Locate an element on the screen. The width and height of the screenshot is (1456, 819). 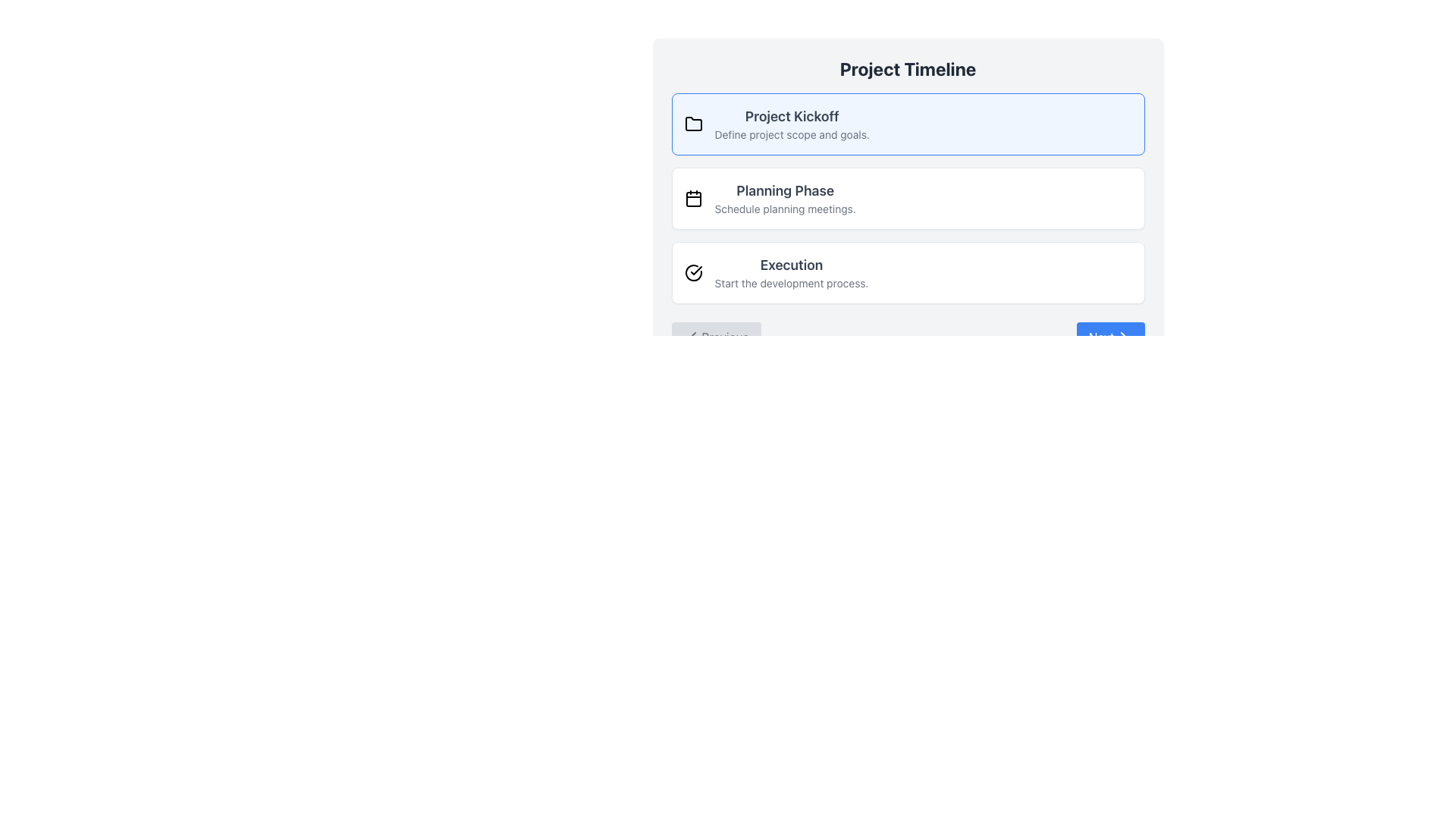
textual UI component labeled 'Planning Phase' which is styled in a bold gray font and provides a description 'Schedule planning meetings.' is located at coordinates (785, 198).